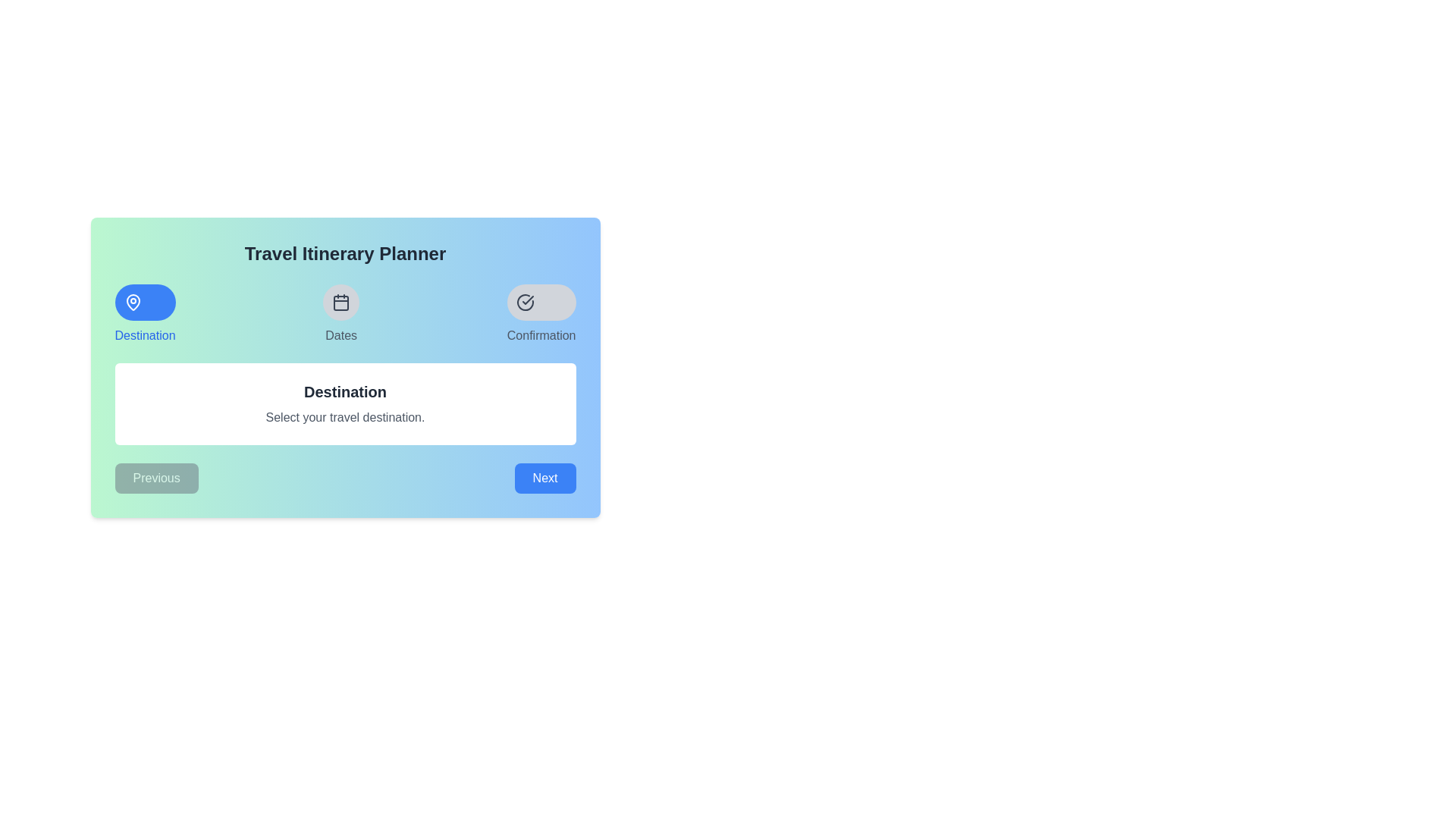 The height and width of the screenshot is (819, 1456). I want to click on the text label displaying 'Dates' which is positioned below the calendar icon in the top center of the interface, so click(340, 335).